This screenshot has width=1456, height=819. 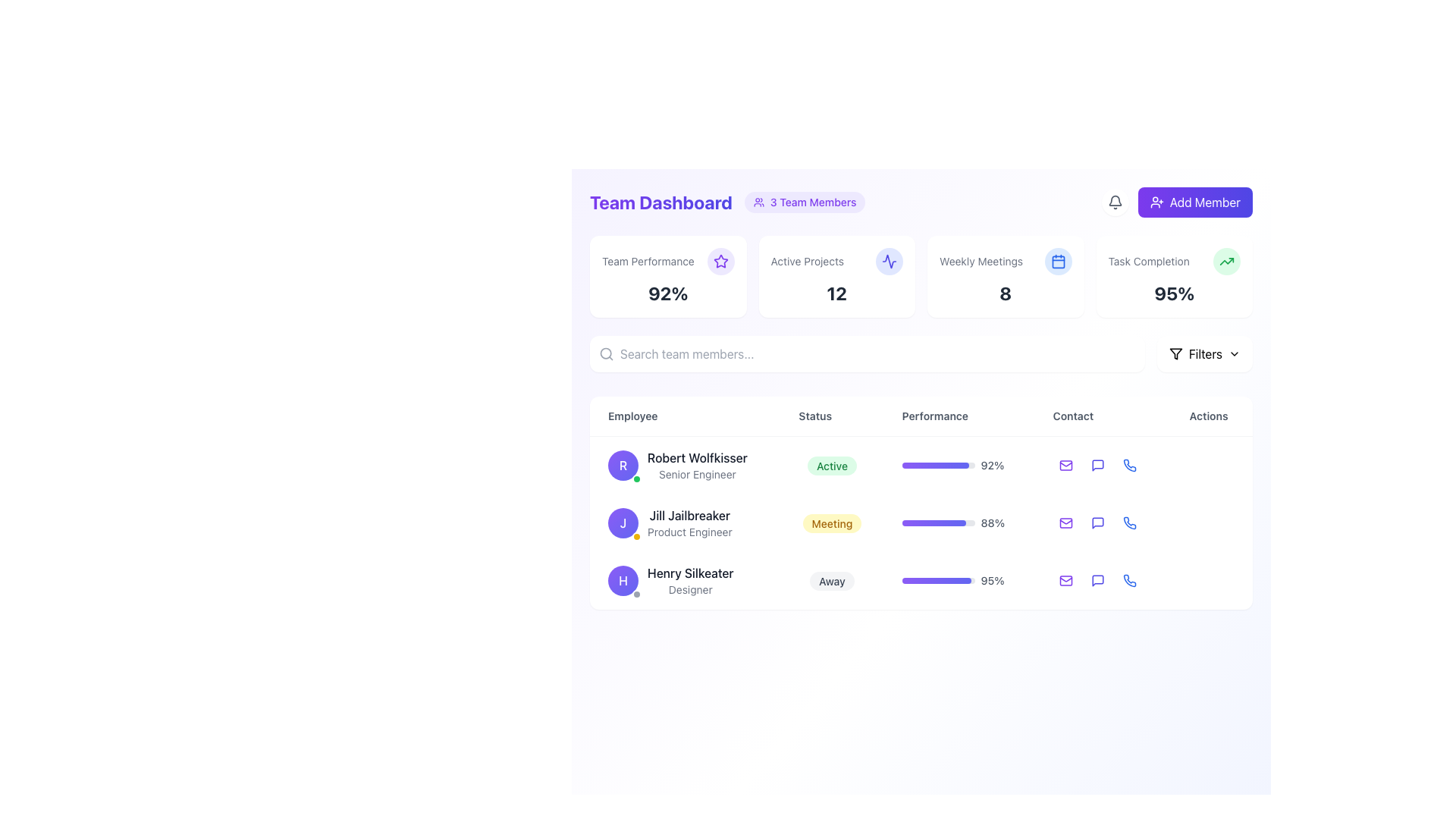 I want to click on the circular avatar icon with a gradient background and the letter 'J' in white, located, so click(x=623, y=522).